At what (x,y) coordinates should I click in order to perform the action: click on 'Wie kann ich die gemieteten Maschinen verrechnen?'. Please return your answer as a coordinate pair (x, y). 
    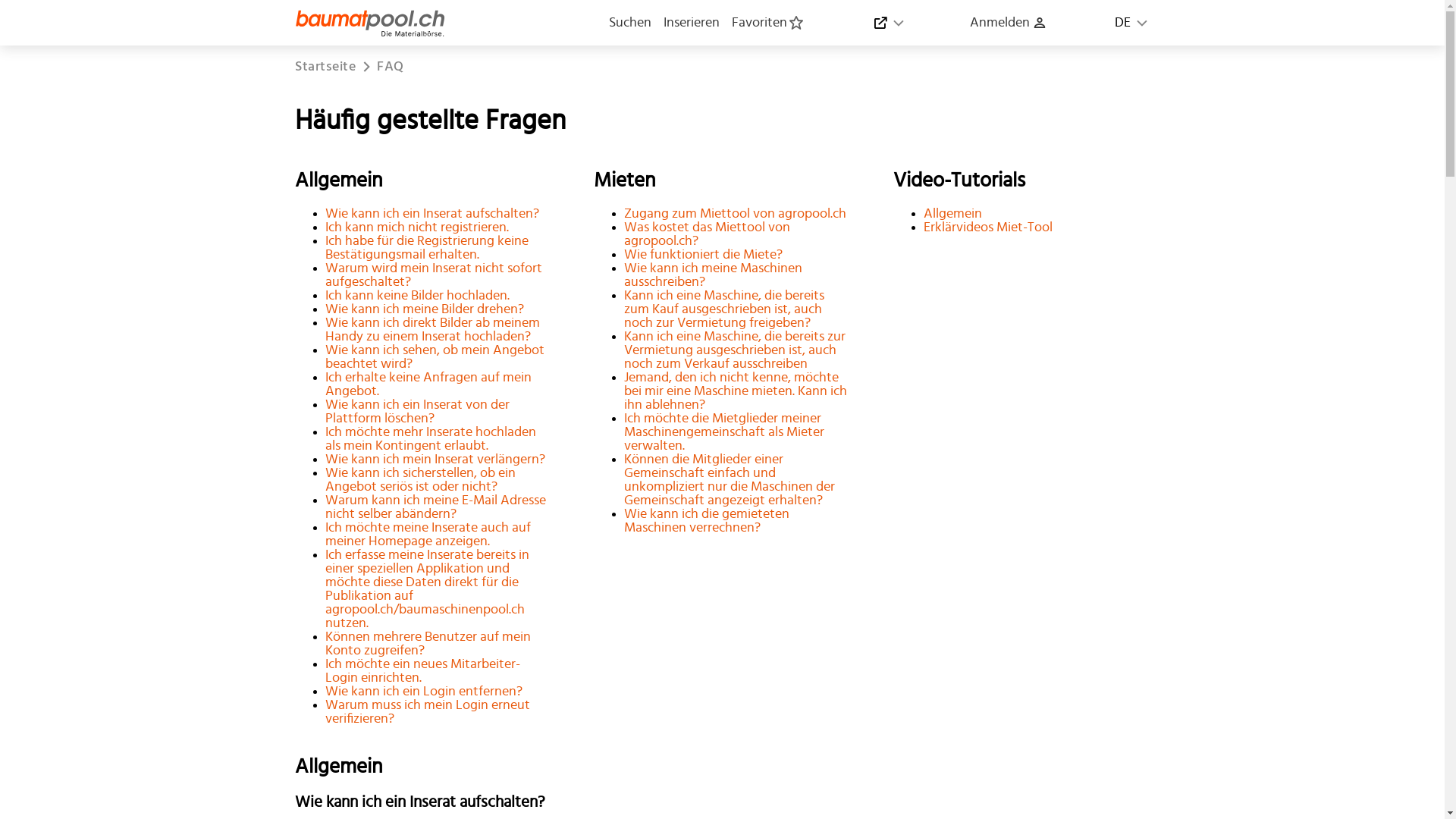
    Looking at the image, I should click on (705, 519).